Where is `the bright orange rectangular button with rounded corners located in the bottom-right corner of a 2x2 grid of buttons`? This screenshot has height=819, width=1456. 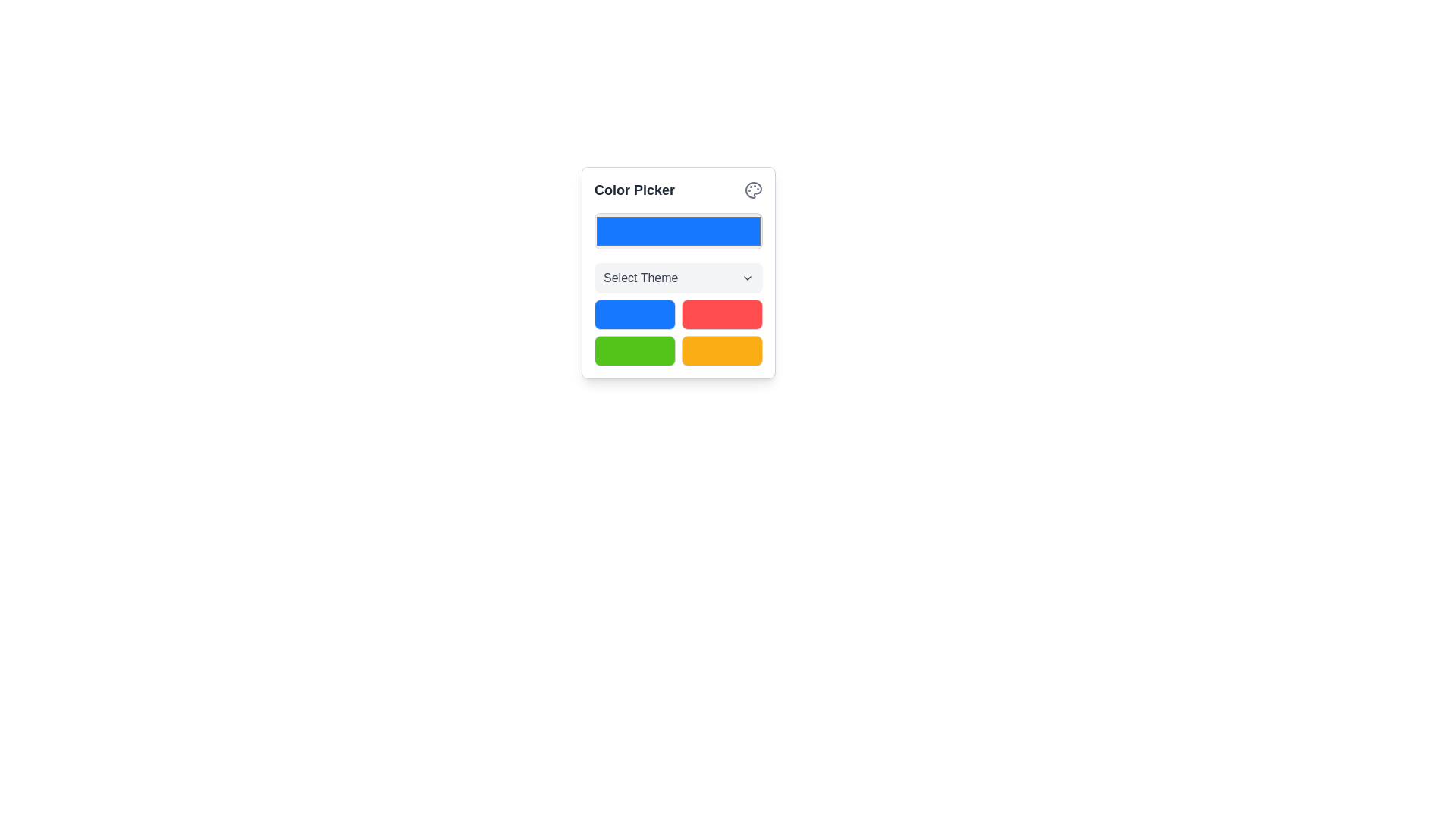
the bright orange rectangular button with rounded corners located in the bottom-right corner of a 2x2 grid of buttons is located at coordinates (721, 350).